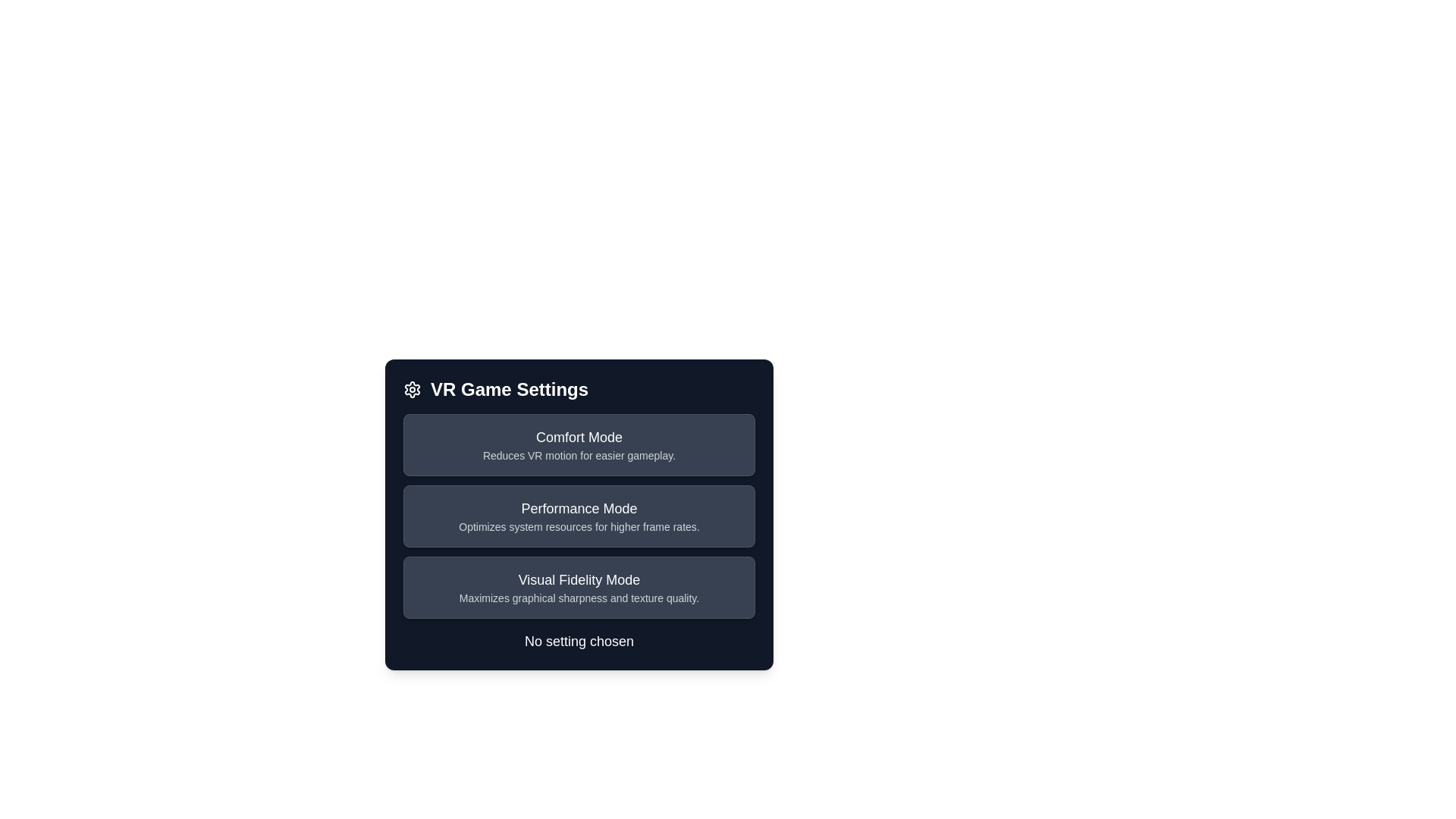 Image resolution: width=1456 pixels, height=819 pixels. What do you see at coordinates (578, 509) in the screenshot?
I see `the Text Label for performance optimization, which is located within the second option box of the 'VR Game Settings' menu, between 'Comfort Mode' and 'Visual Fidelity Mode'` at bounding box center [578, 509].